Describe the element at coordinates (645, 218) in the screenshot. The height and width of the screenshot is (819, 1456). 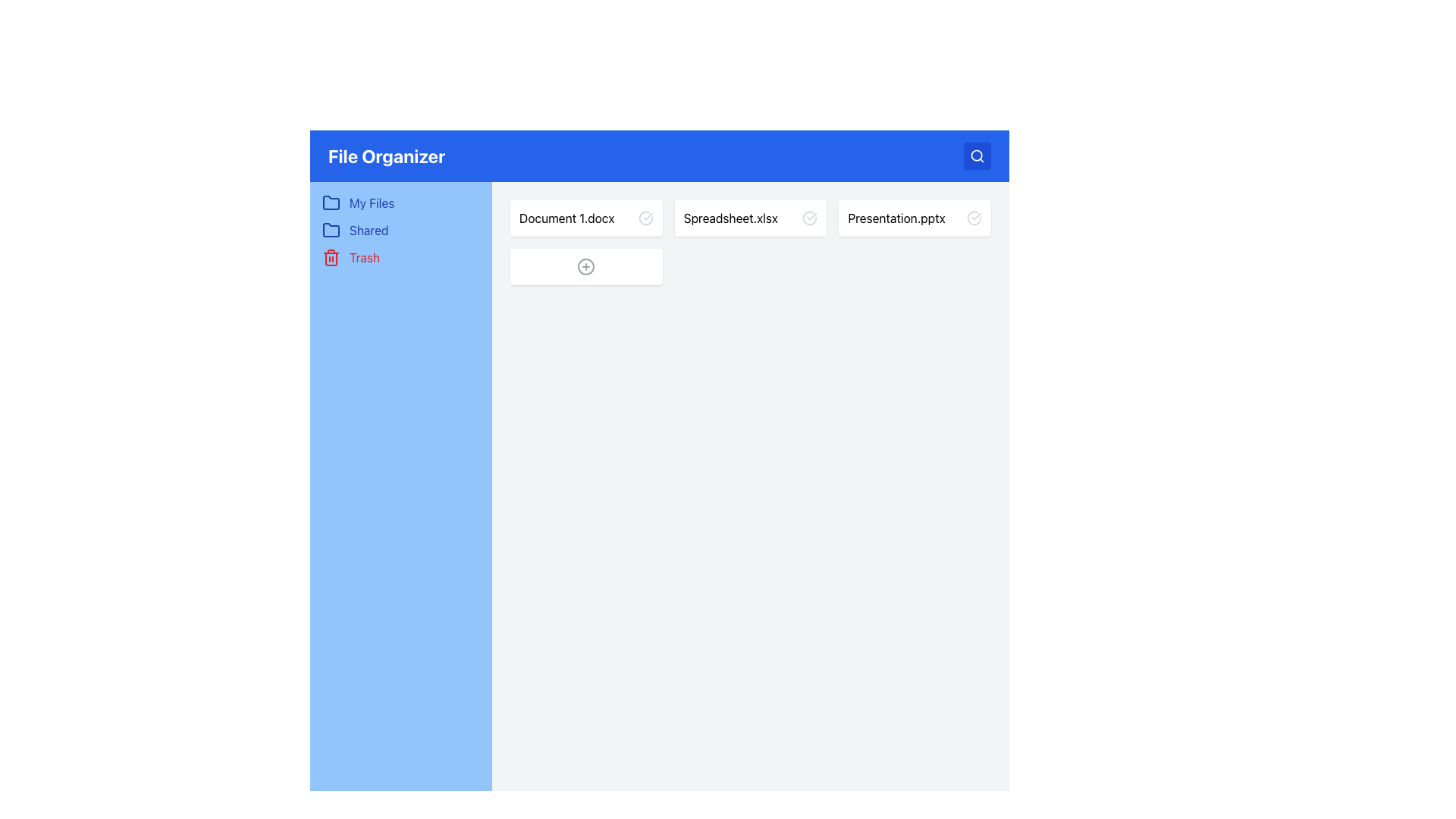
I see `the status indicator located to the right of the text label 'Document 1.docx' within the card representing the document` at that location.